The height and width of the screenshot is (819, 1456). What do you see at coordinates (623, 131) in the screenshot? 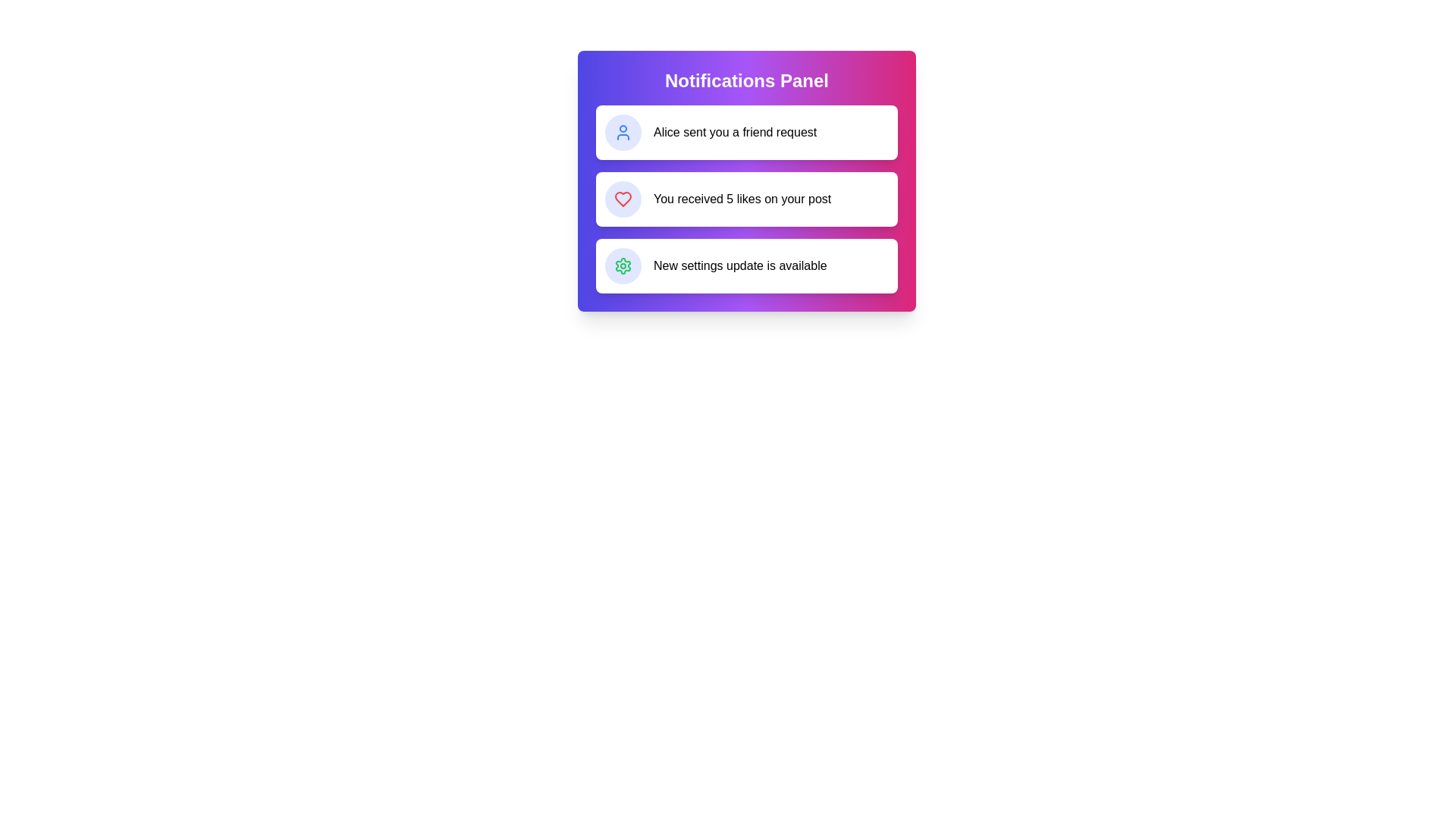
I see `the circular user icon with a blue background located in the first notification row of the Notifications Panel, adjacent to the text 'Alice sent you a friend request'` at bounding box center [623, 131].